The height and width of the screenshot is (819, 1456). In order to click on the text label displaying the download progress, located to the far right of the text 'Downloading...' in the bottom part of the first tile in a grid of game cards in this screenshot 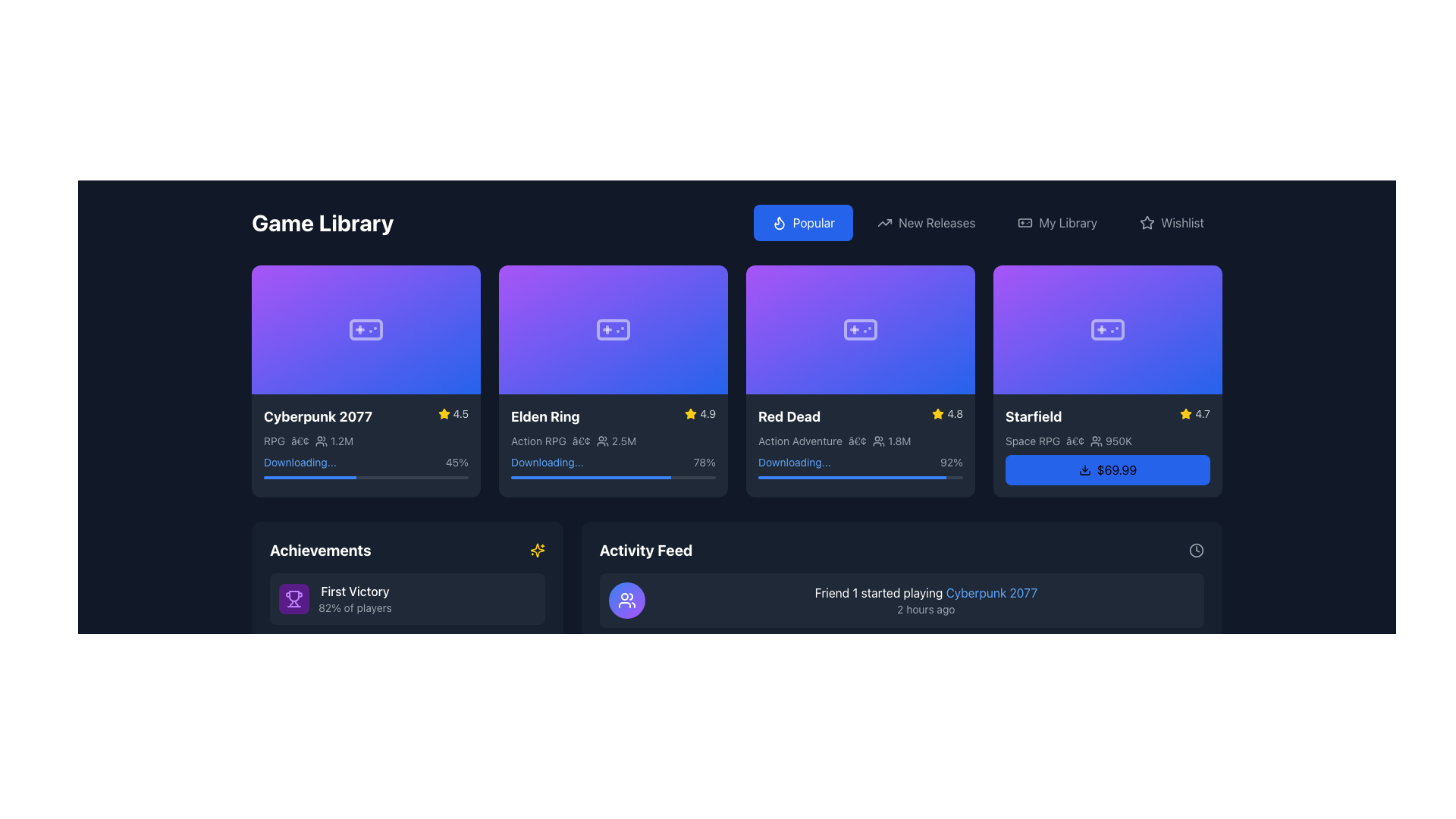, I will do `click(456, 461)`.